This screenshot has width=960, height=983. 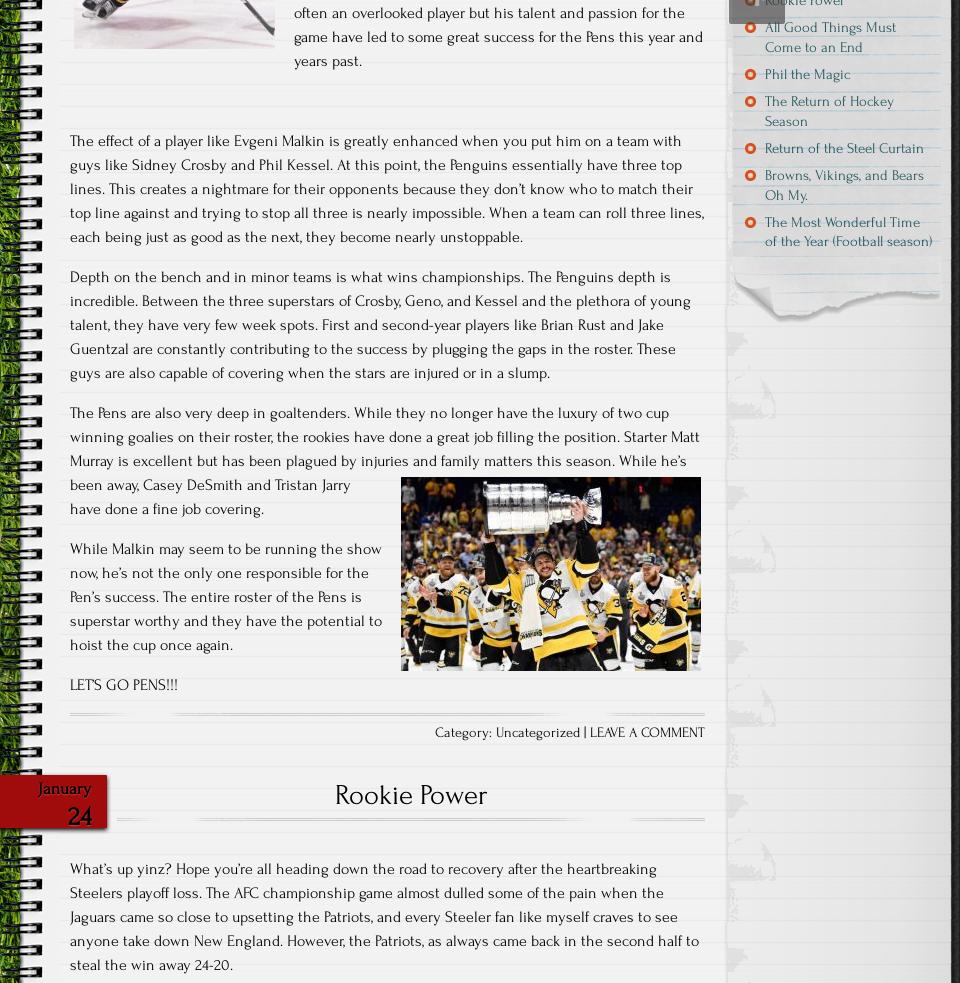 What do you see at coordinates (69, 323) in the screenshot?
I see `'Depth on the bench and in minor teams is what wins championships. The Penguins depth is incredible. Between the three superstars of Crosby, Geno, and Kessel and the plethora of young talent, they have very few week spots. First and second-year players like Brian Rust and Jake Guentzal are constantly contributing to the success by plugging the gaps in the roster. These guys are also capable of covering when the stars are injured or in a slump.'` at bounding box center [69, 323].